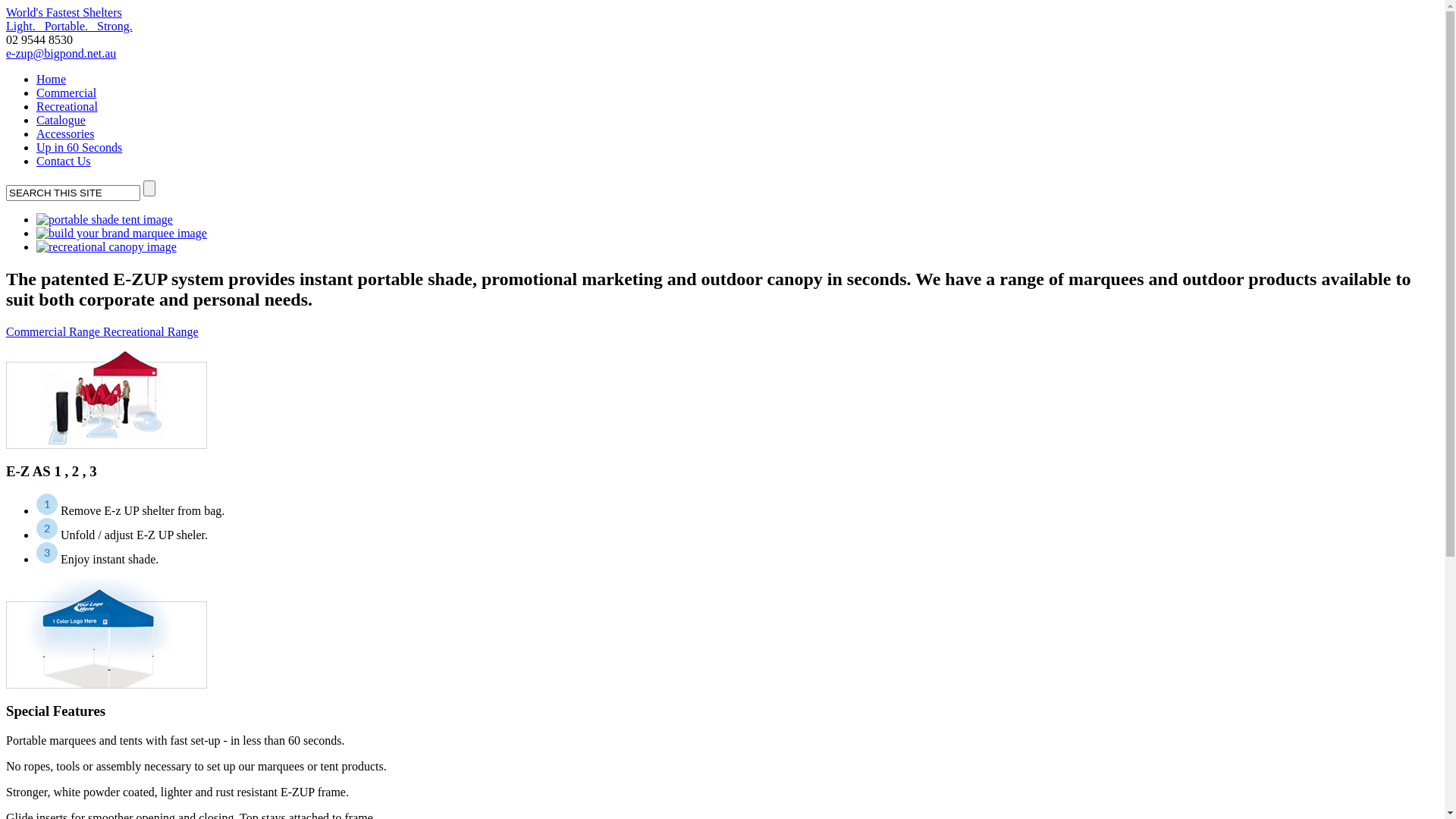 This screenshot has height=819, width=1456. What do you see at coordinates (36, 105) in the screenshot?
I see `'Recreational'` at bounding box center [36, 105].